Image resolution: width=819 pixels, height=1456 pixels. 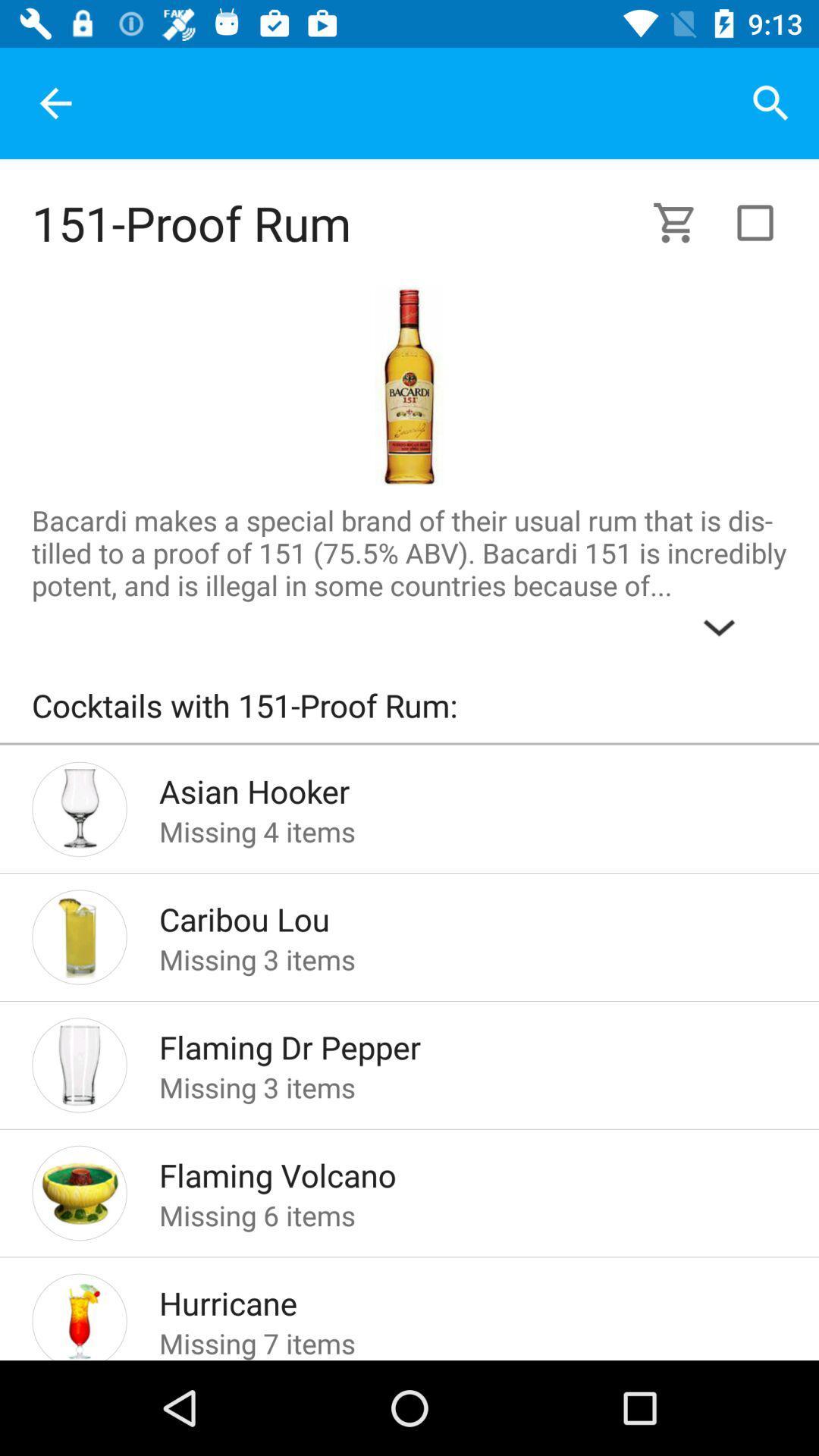 I want to click on the picture of sample, so click(x=408, y=386).